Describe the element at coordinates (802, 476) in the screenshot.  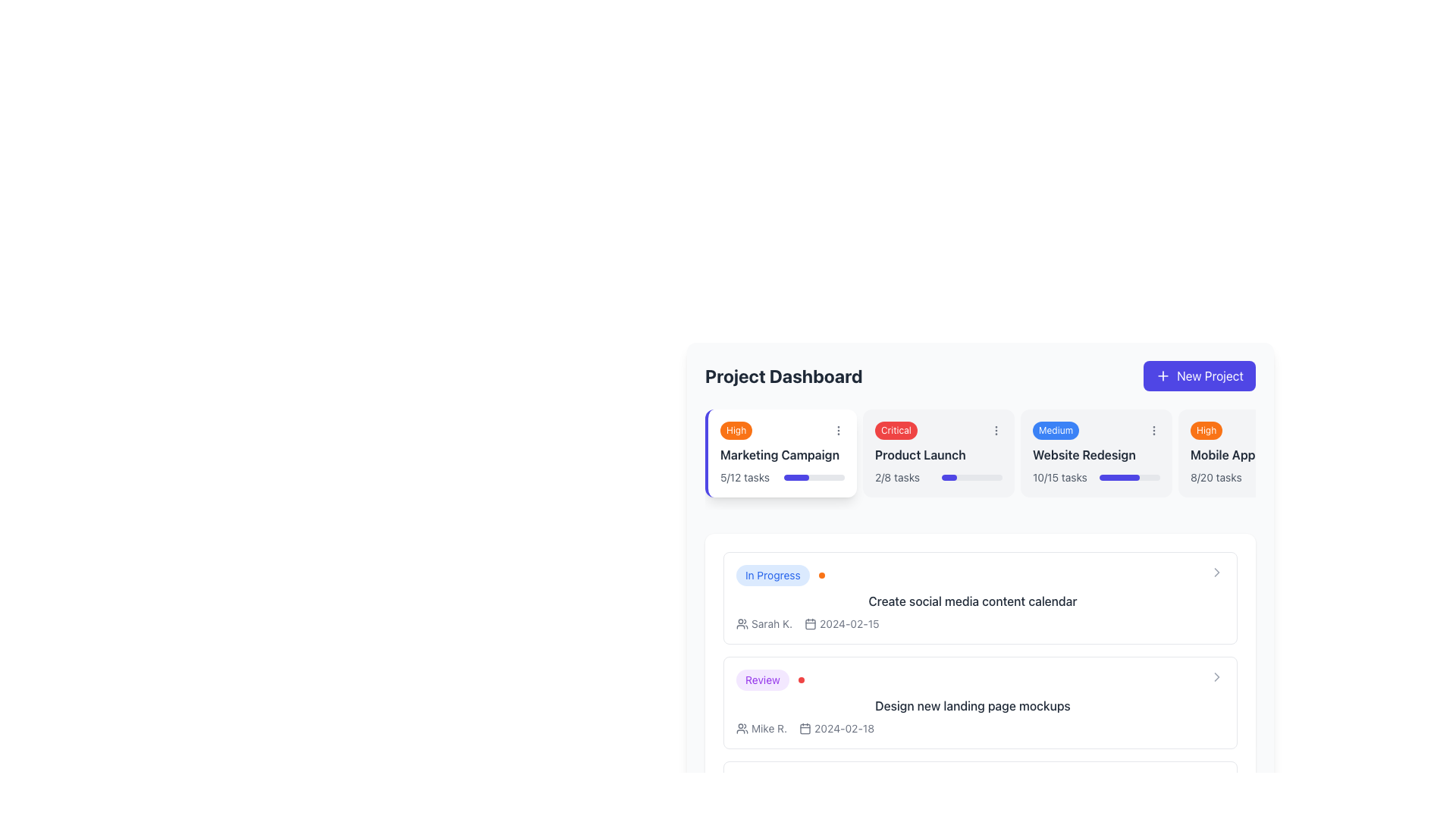
I see `progress on the bar` at that location.